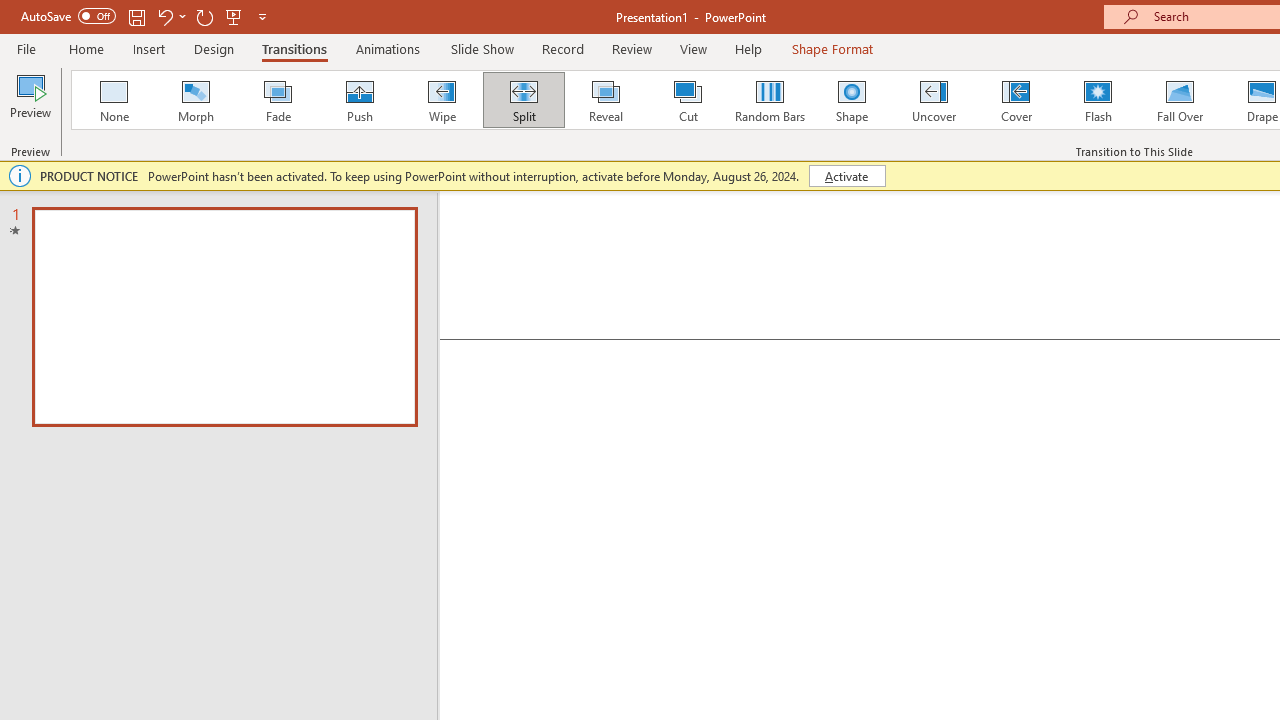 The image size is (1280, 720). What do you see at coordinates (847, 175) in the screenshot?
I see `'Activate'` at bounding box center [847, 175].